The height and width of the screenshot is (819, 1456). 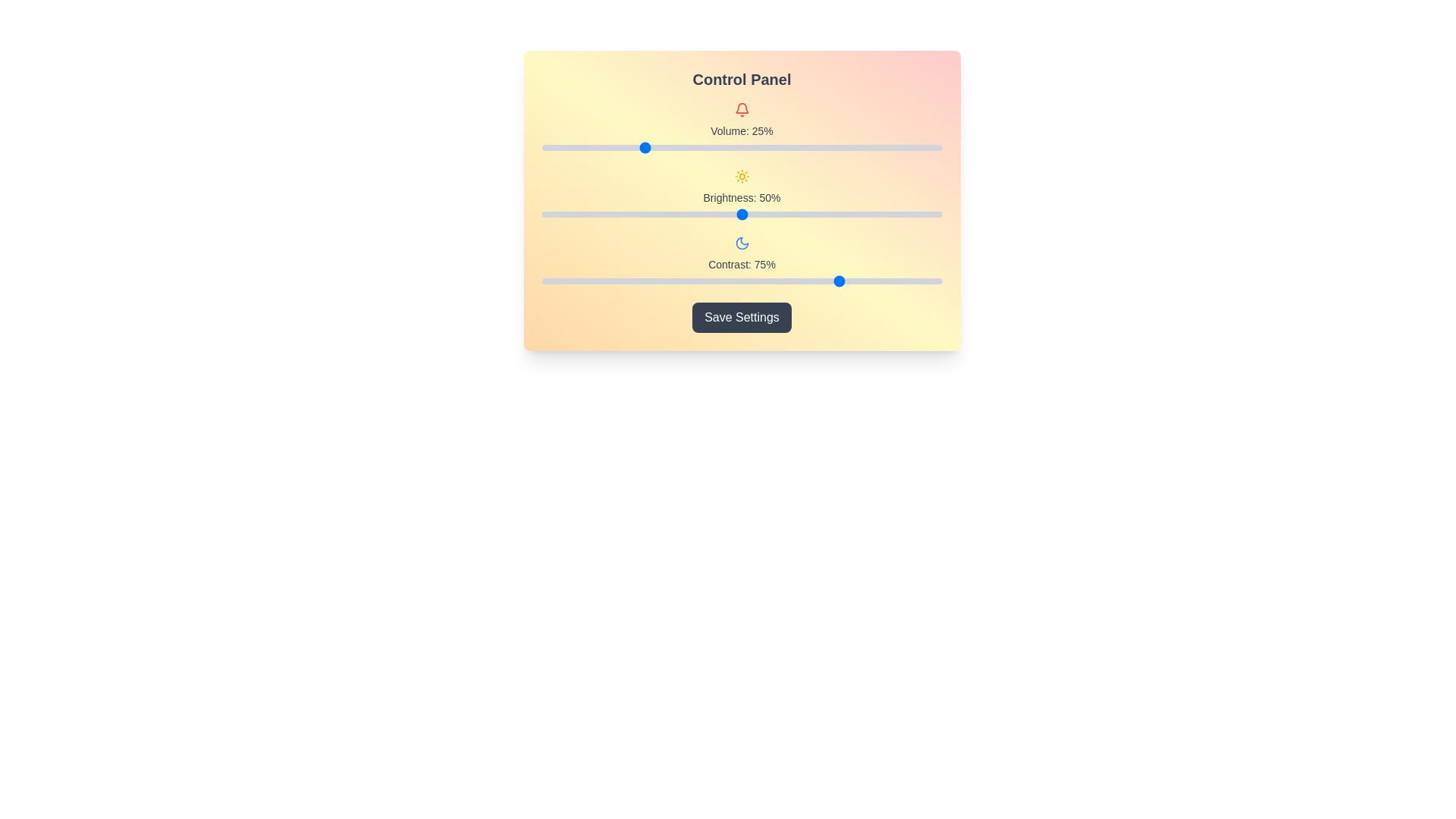 What do you see at coordinates (733, 148) in the screenshot?
I see `the volume` at bounding box center [733, 148].